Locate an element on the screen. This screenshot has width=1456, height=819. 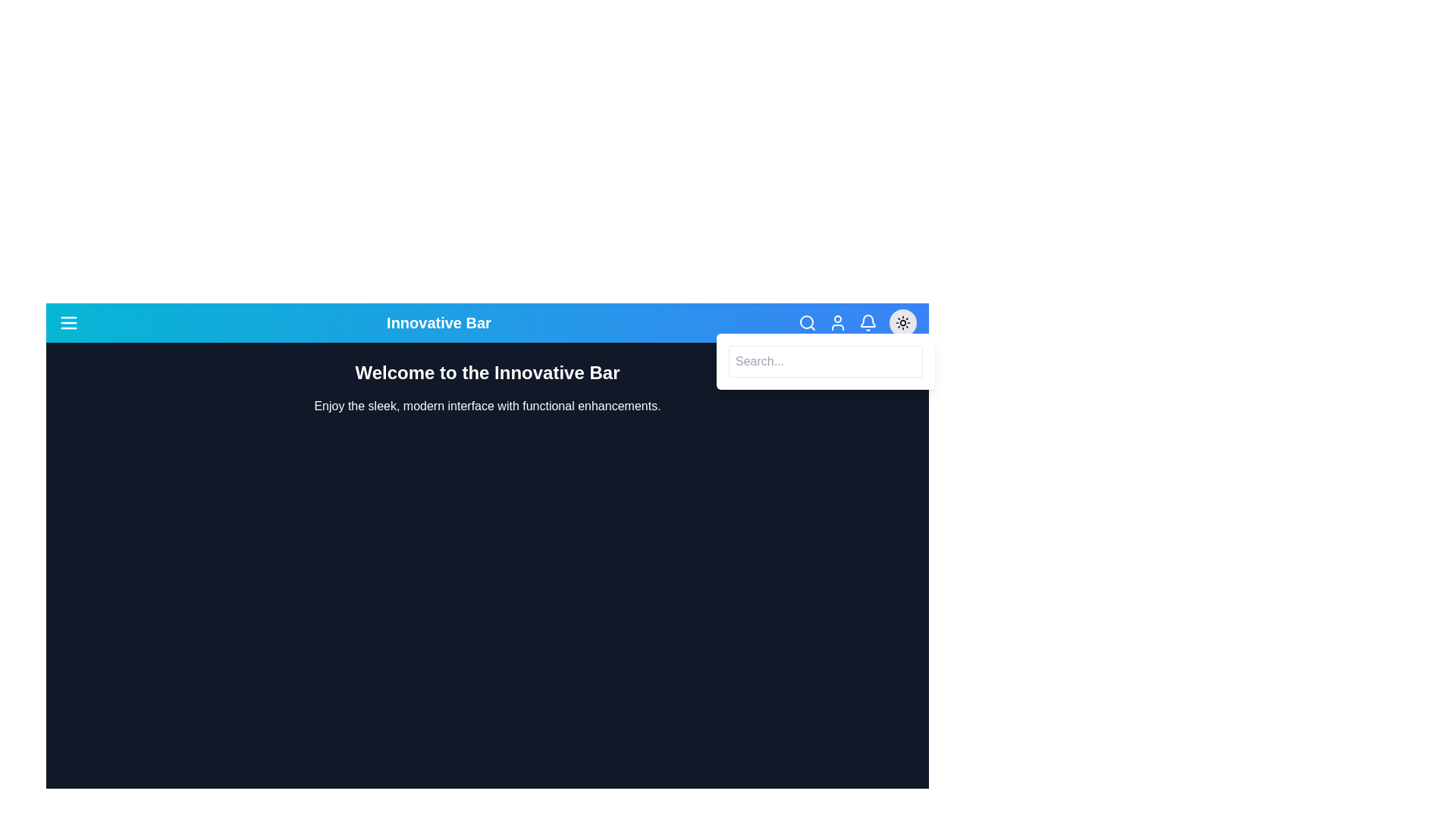
the menu icon to toggle the menu is located at coordinates (68, 322).